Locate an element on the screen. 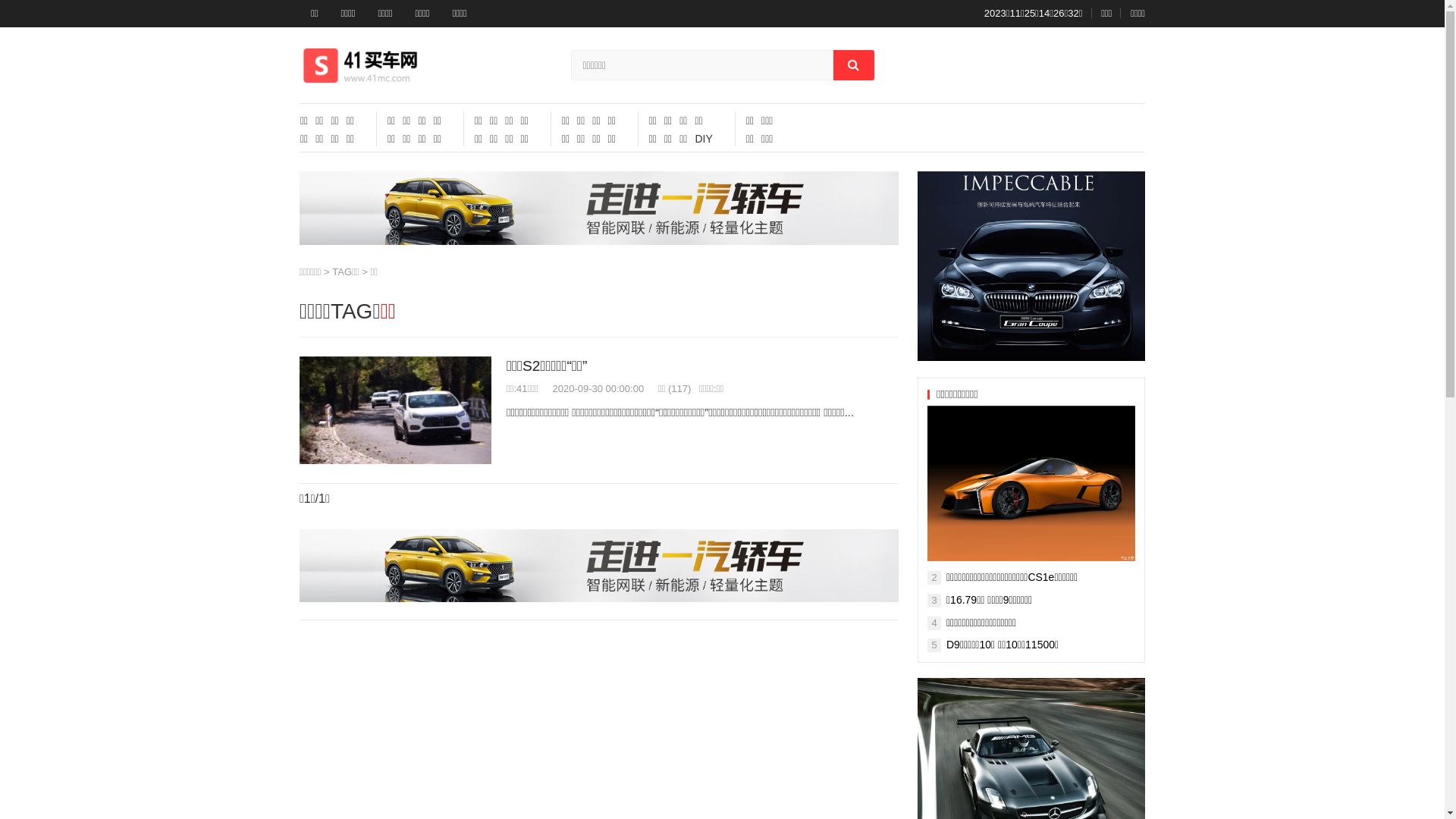  'DIY' is located at coordinates (690, 138).